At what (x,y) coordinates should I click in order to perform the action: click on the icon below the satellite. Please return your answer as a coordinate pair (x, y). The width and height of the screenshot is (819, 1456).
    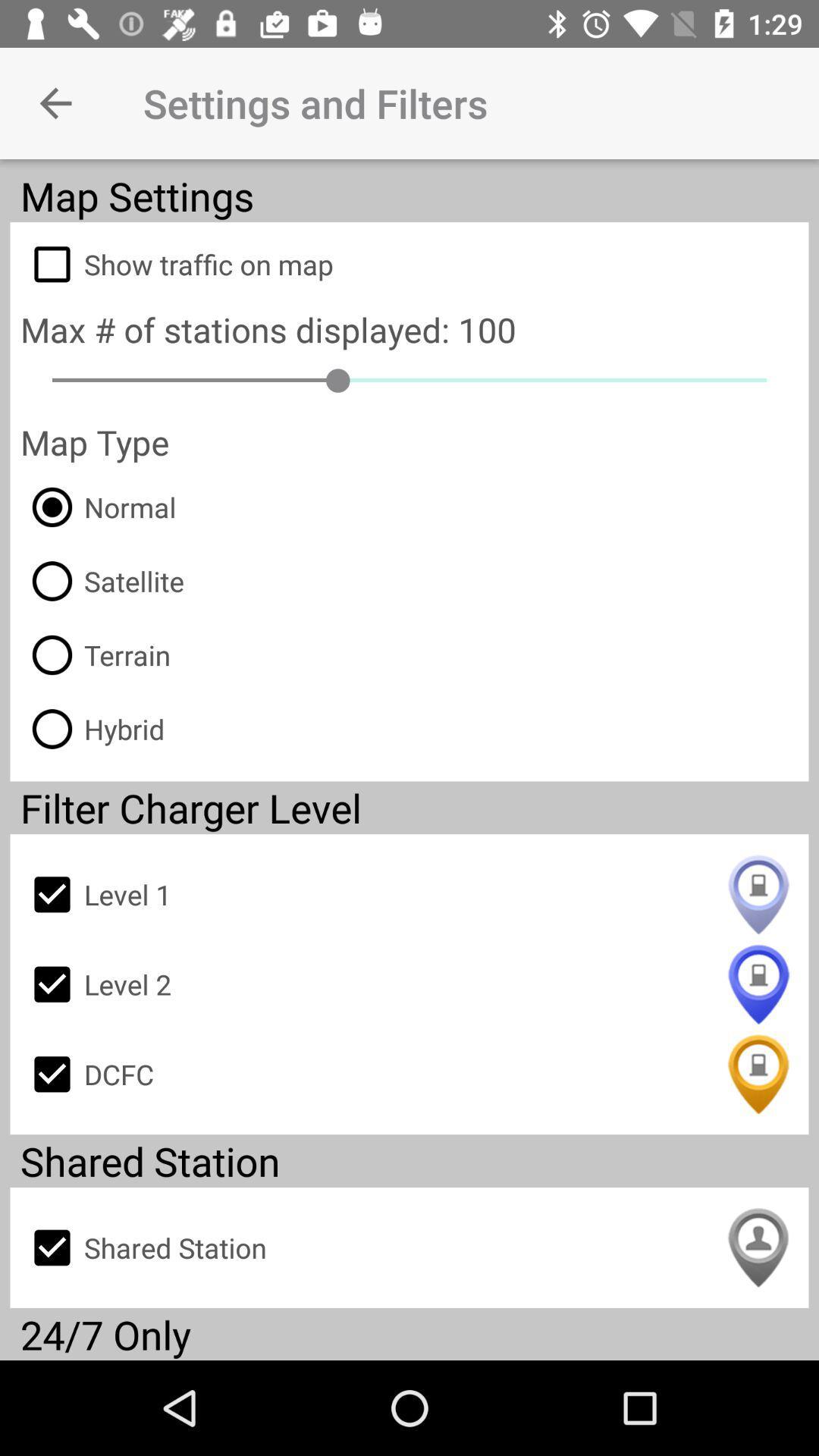
    Looking at the image, I should click on (96, 655).